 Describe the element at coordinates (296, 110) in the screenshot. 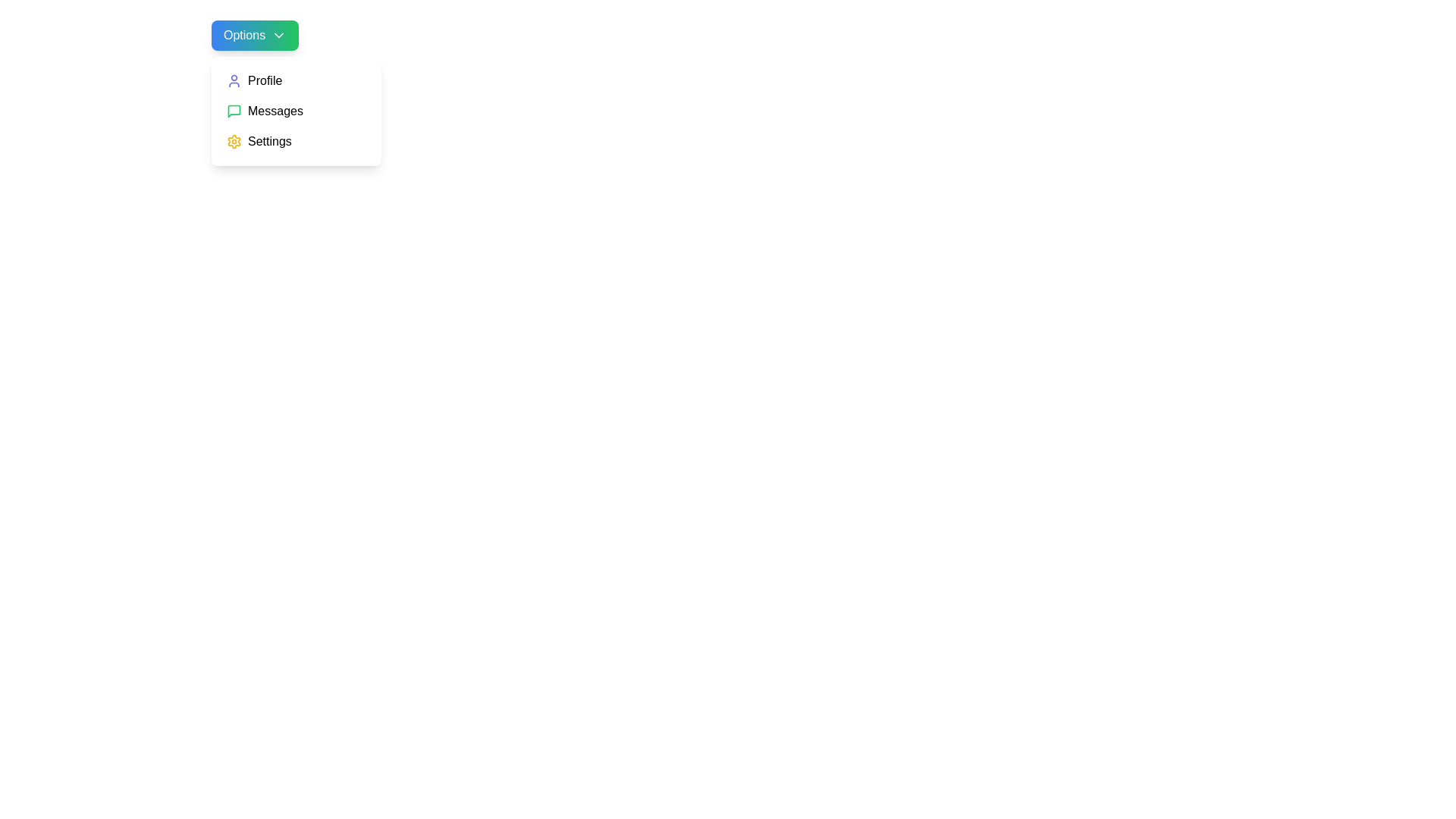

I see `the menu item Messages to preview its action` at that location.